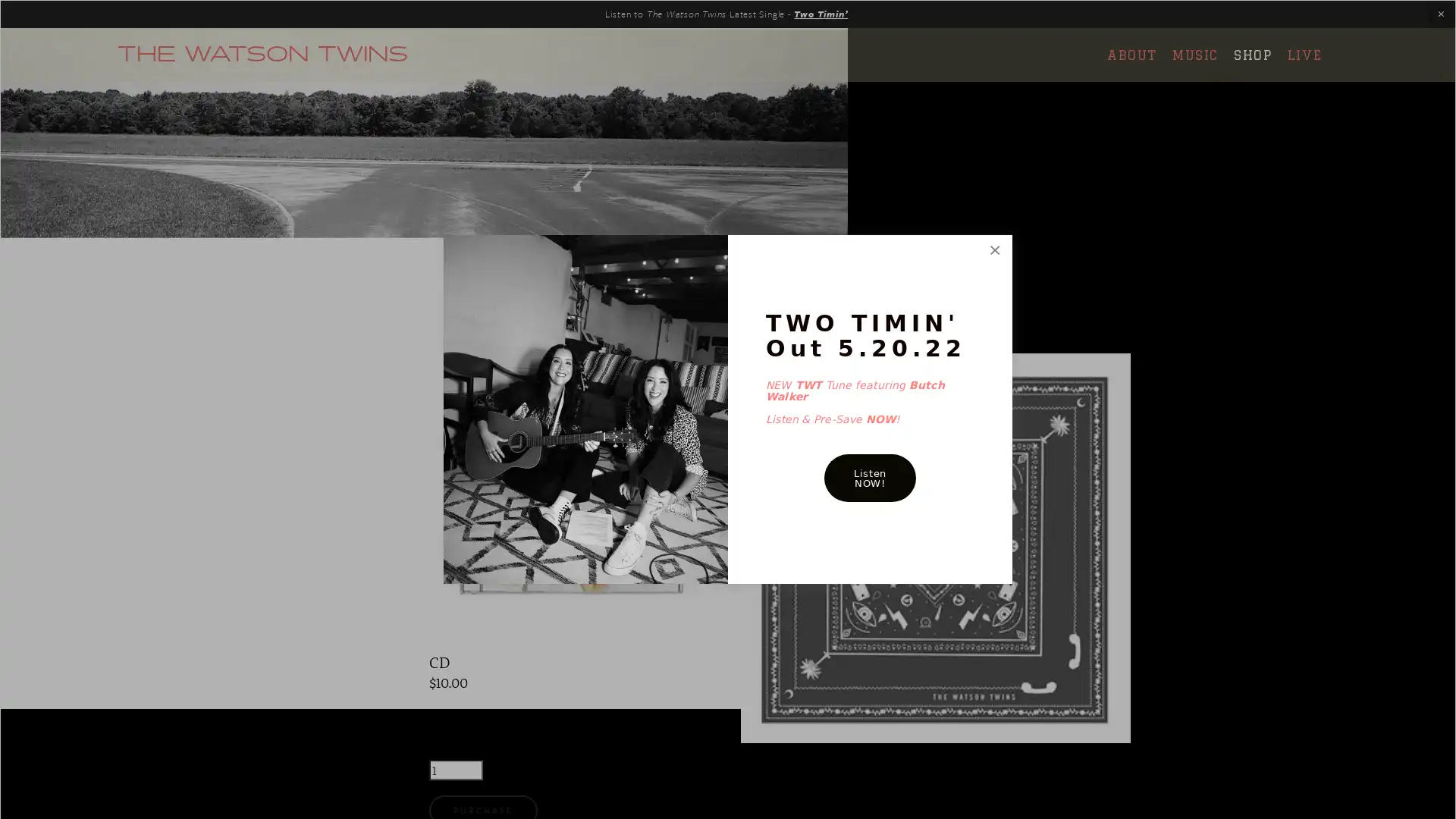 The width and height of the screenshot is (1456, 819). Describe the element at coordinates (934, 547) in the screenshot. I see `QUICK VIEW` at that location.